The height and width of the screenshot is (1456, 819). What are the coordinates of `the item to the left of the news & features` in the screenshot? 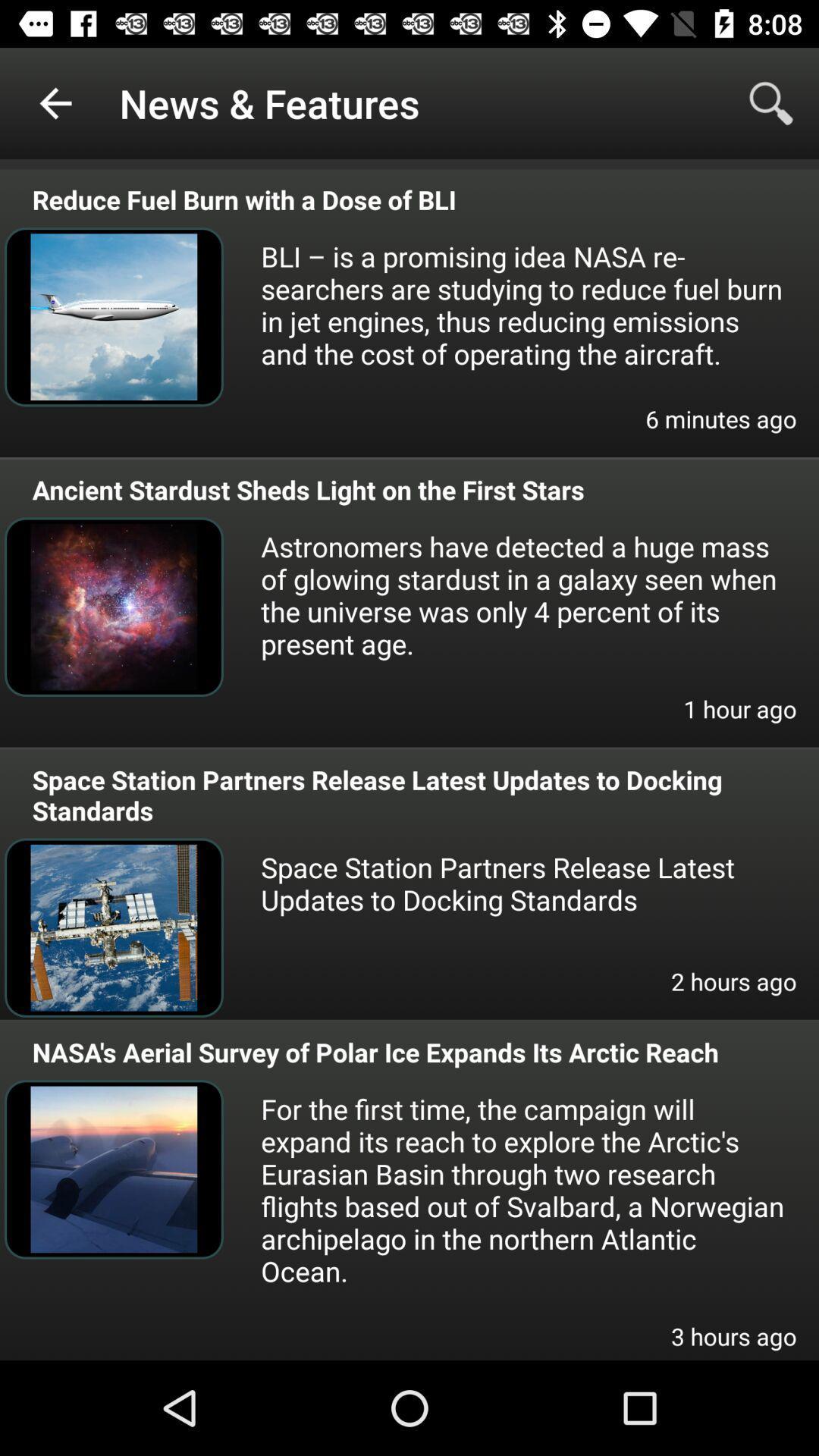 It's located at (55, 102).